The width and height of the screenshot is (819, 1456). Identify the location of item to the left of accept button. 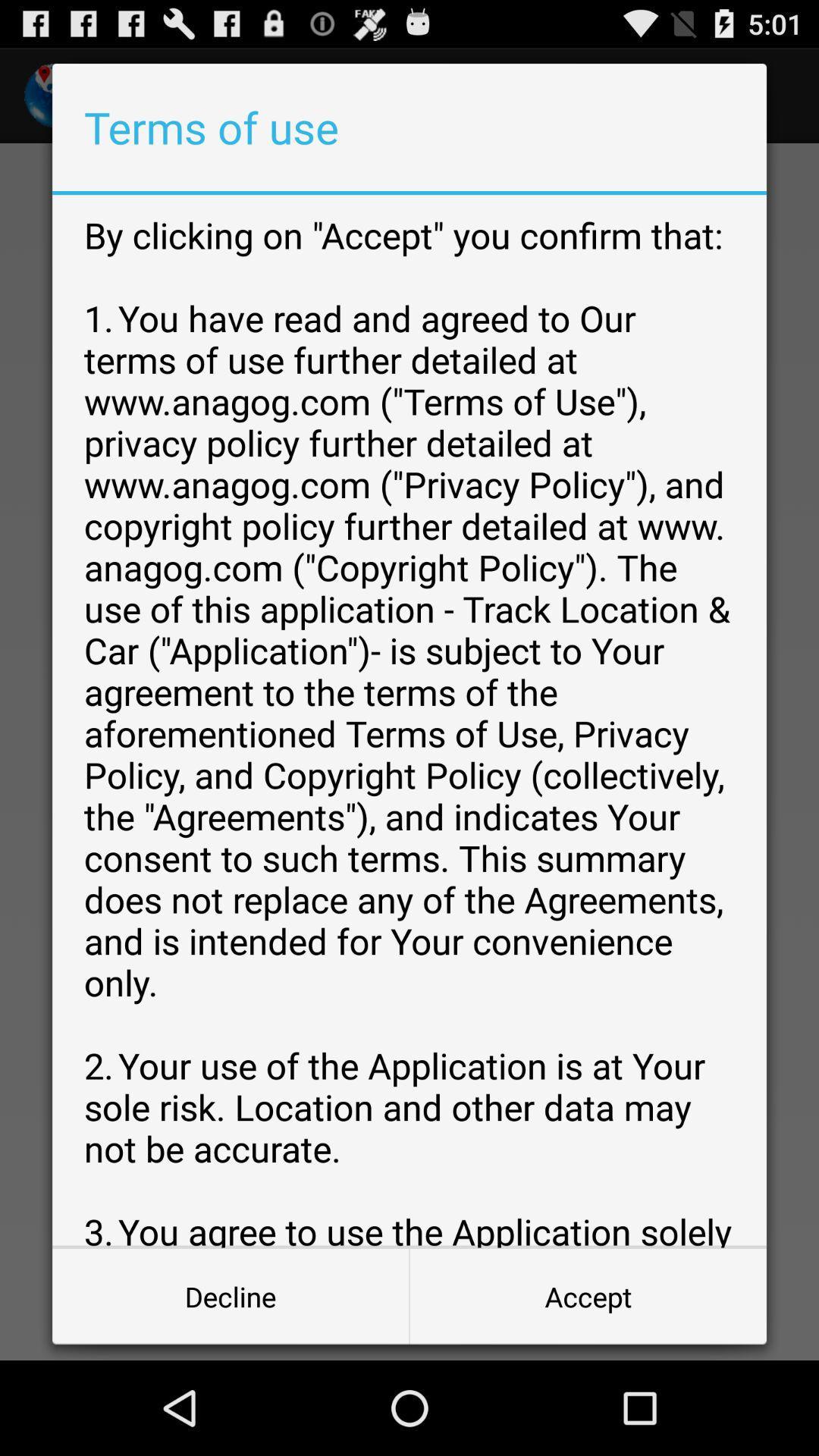
(231, 1295).